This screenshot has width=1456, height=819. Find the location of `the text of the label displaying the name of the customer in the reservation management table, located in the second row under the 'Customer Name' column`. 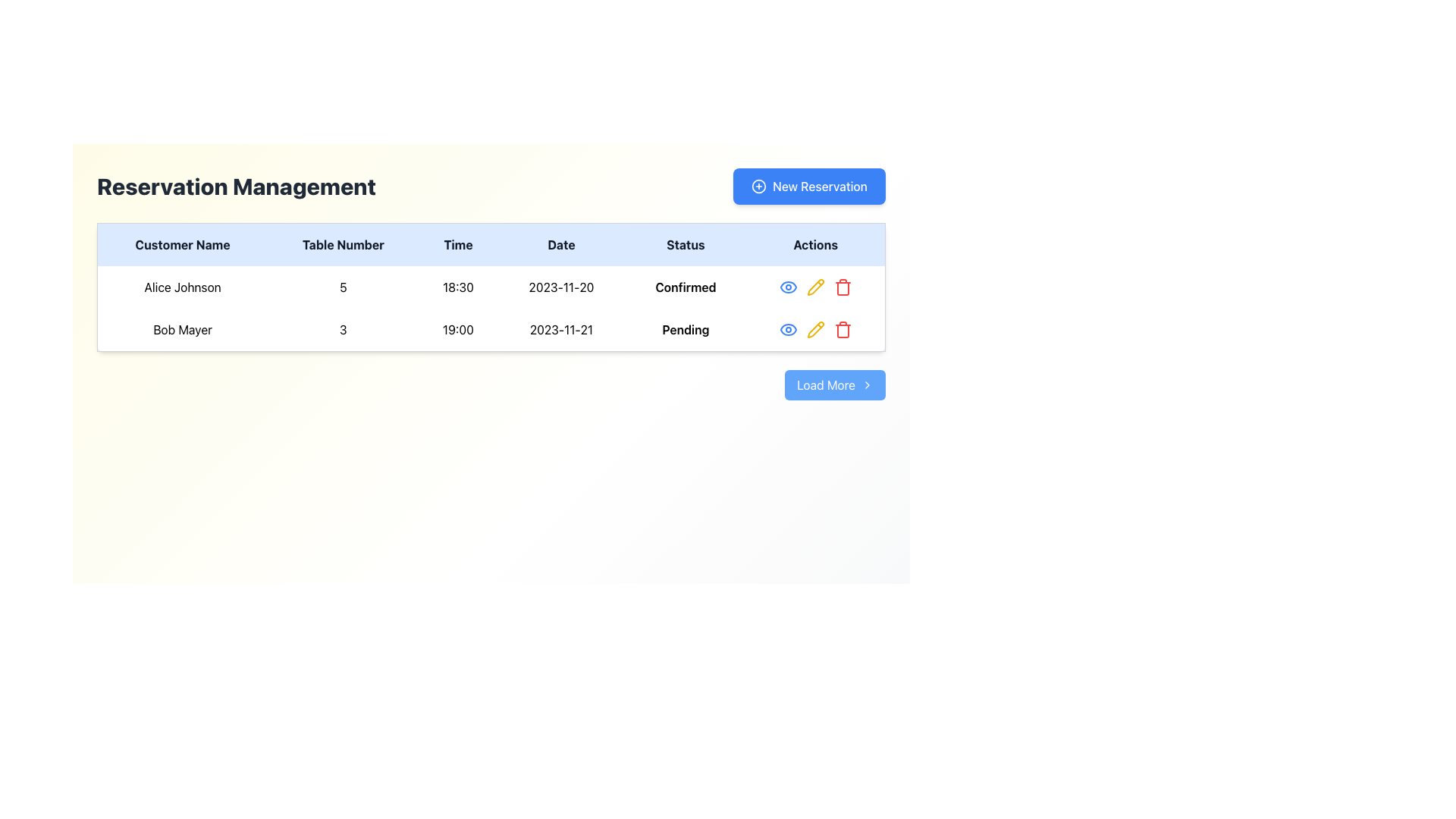

the text of the label displaying the name of the customer in the reservation management table, located in the second row under the 'Customer Name' column is located at coordinates (182, 329).